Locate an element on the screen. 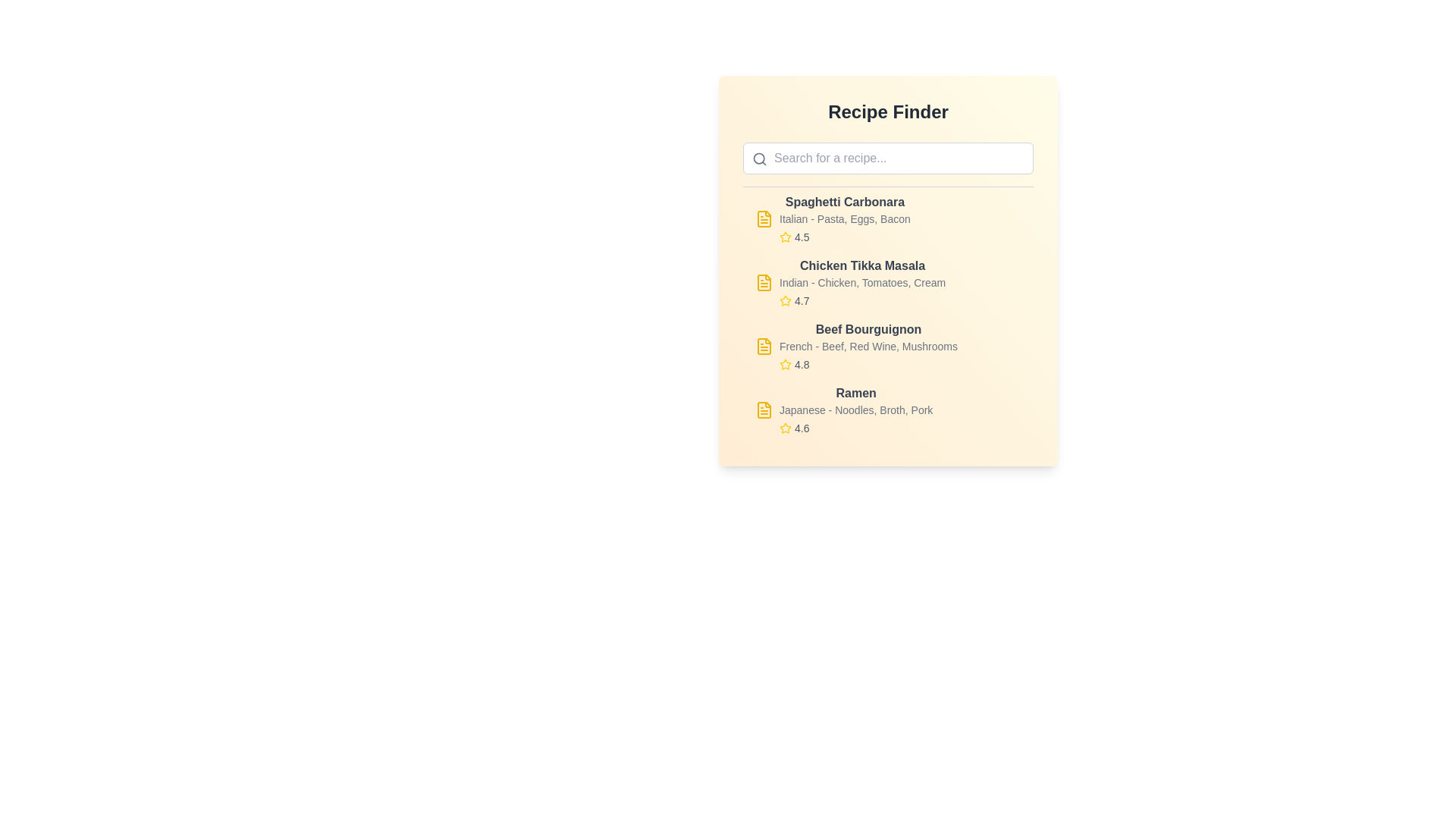  the static text element indicating the rating value for the recipe 'Spaghetti Carbonara', located beneath the title and aligned with a star icon in the 'Recipe Finder' list is located at coordinates (801, 237).